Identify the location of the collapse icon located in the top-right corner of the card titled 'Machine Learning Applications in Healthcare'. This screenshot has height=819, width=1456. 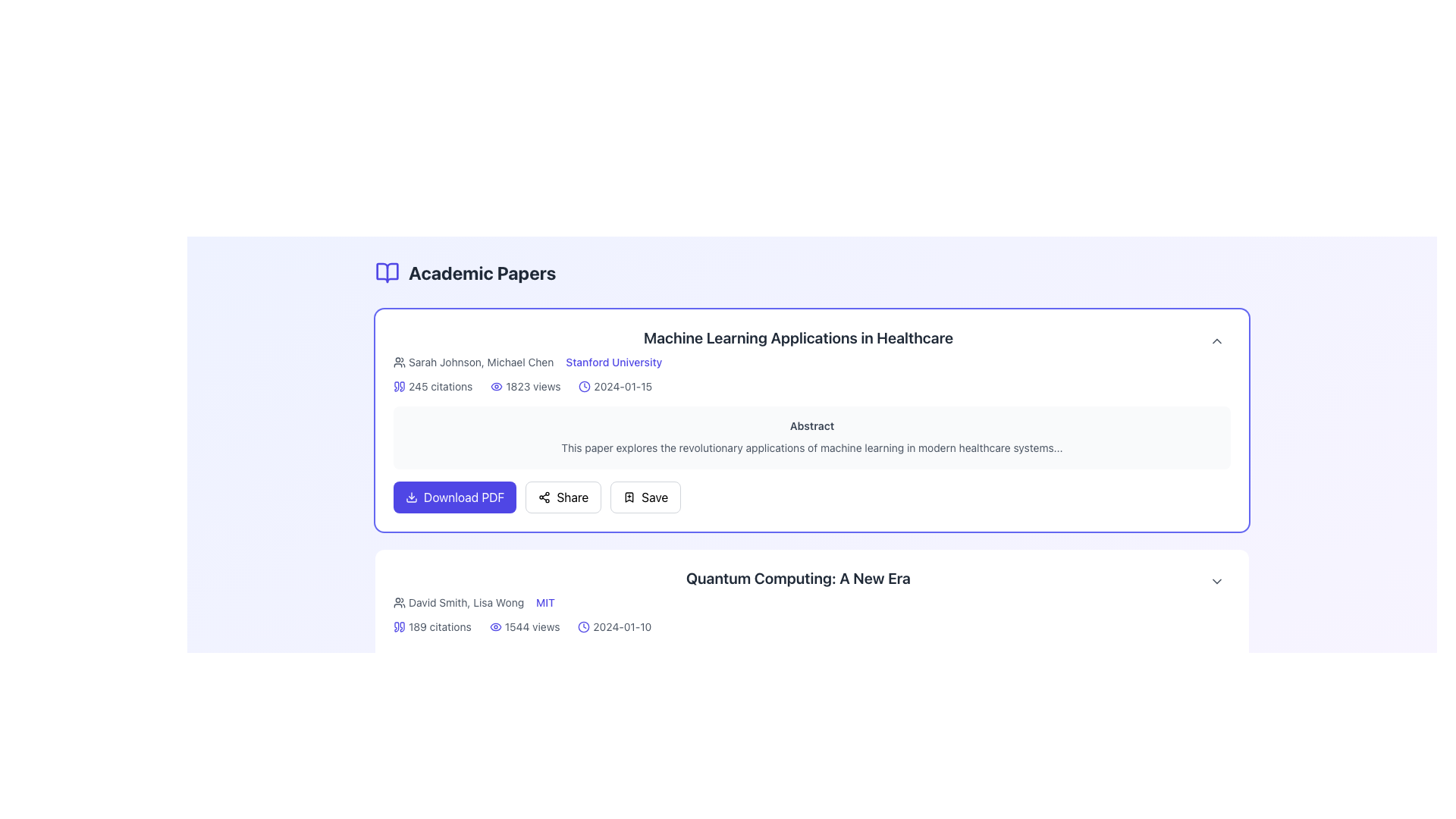
(1216, 341).